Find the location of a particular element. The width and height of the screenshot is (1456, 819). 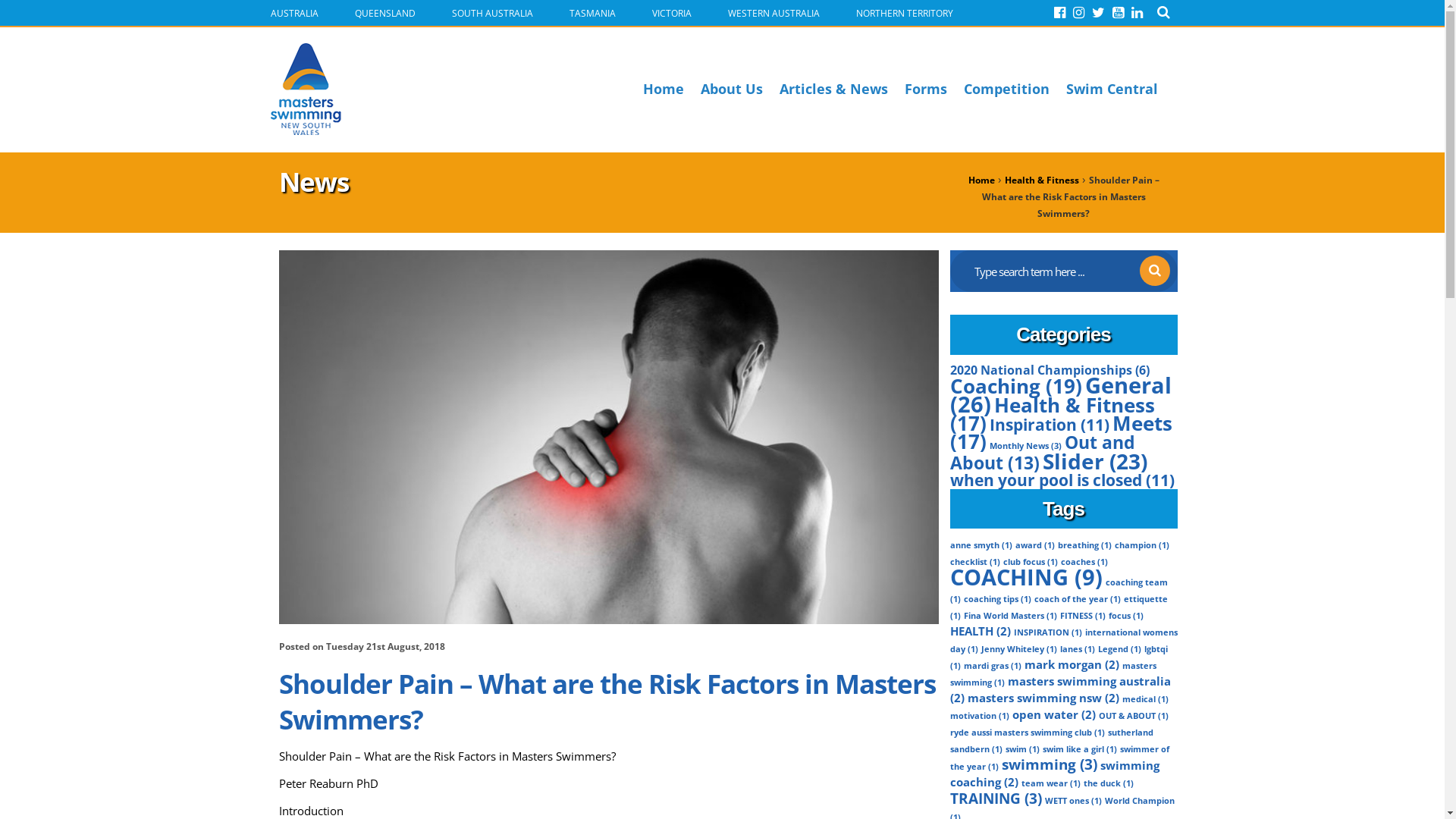

'coaches (1)' is located at coordinates (1083, 561).